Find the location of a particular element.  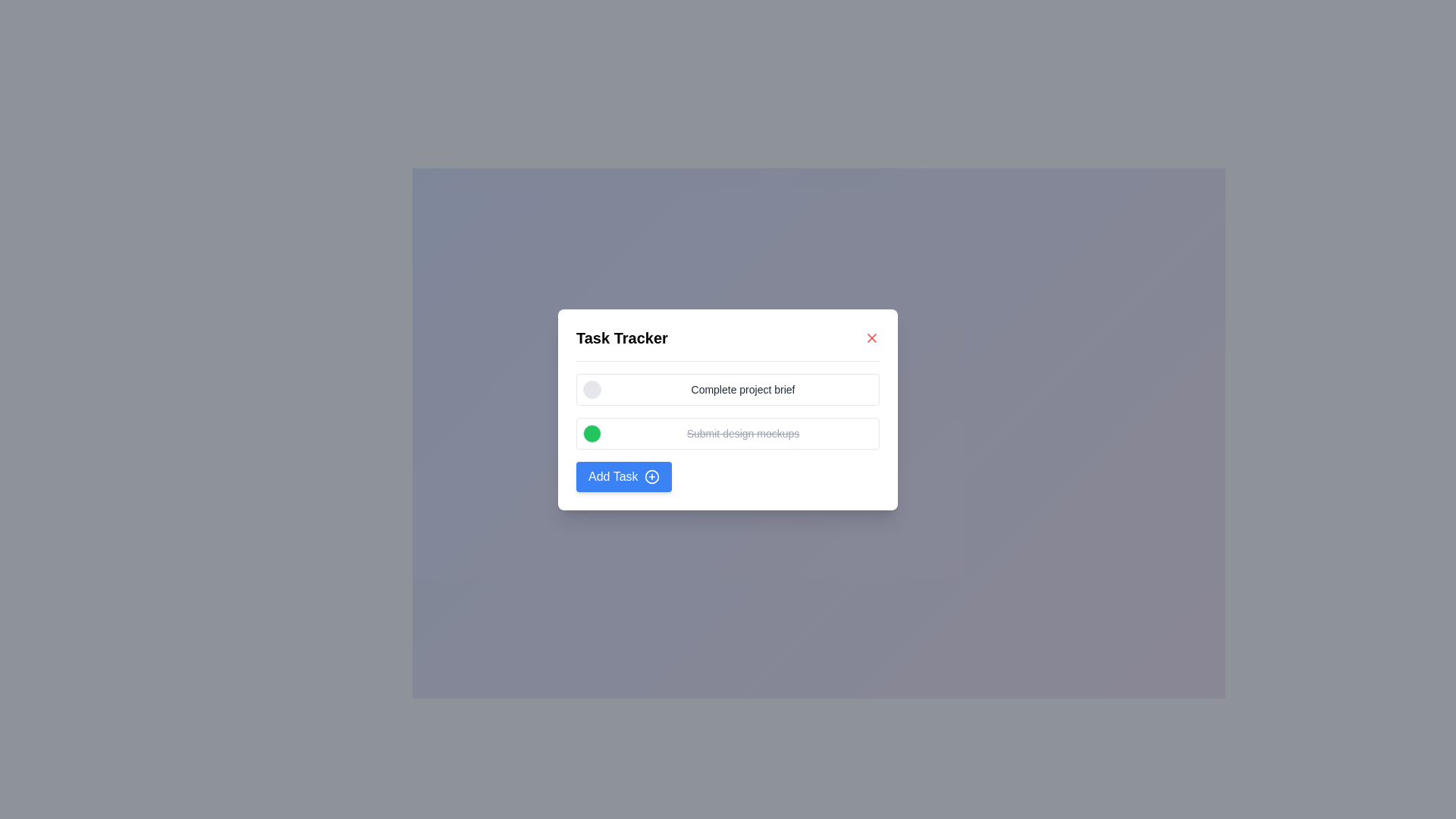

the red, cross-shaped close button located in the upper-right corner of the 'Task Tracker' box is located at coordinates (872, 336).